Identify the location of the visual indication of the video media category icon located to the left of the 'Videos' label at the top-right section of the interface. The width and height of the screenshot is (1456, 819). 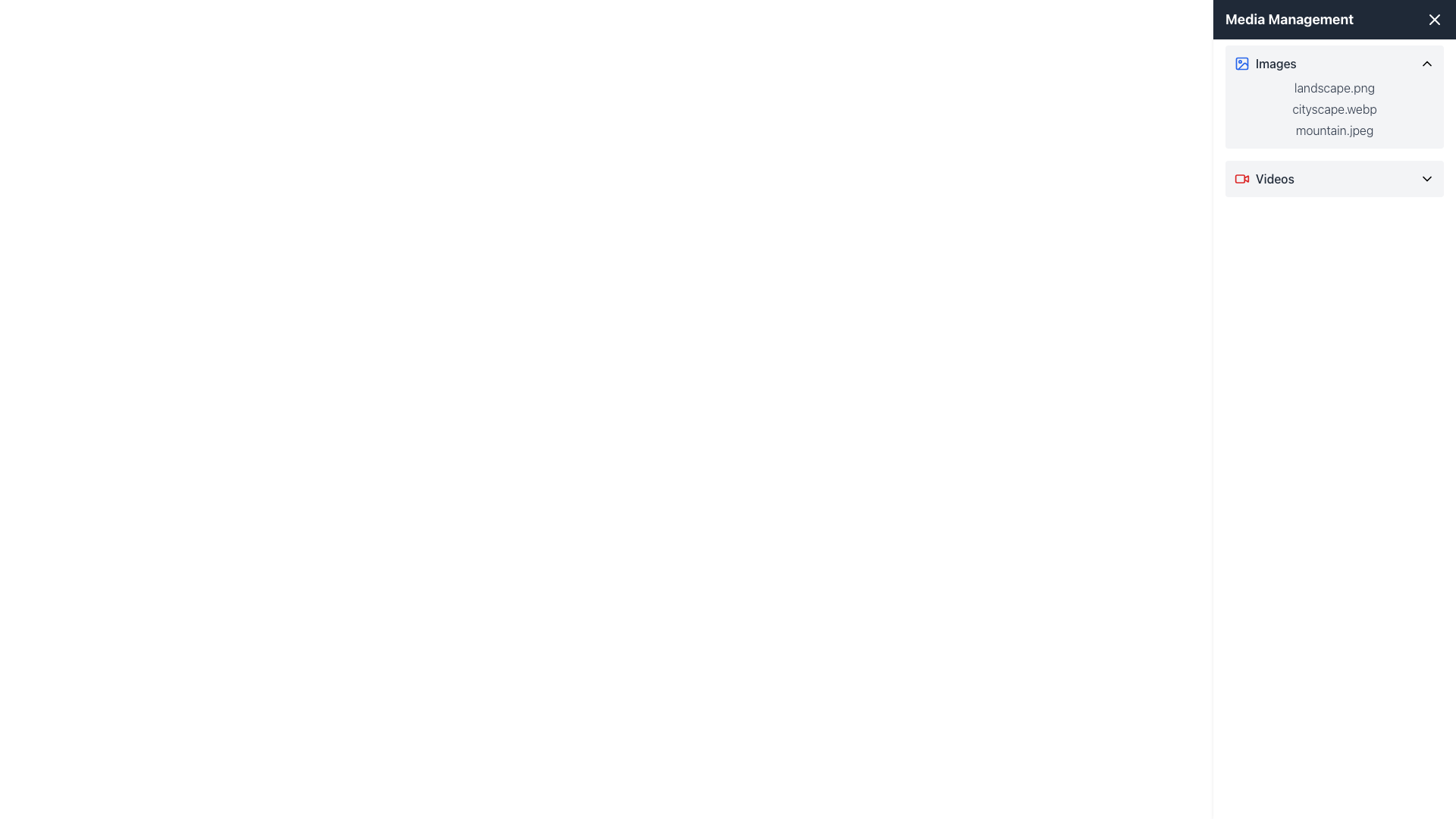
(1241, 177).